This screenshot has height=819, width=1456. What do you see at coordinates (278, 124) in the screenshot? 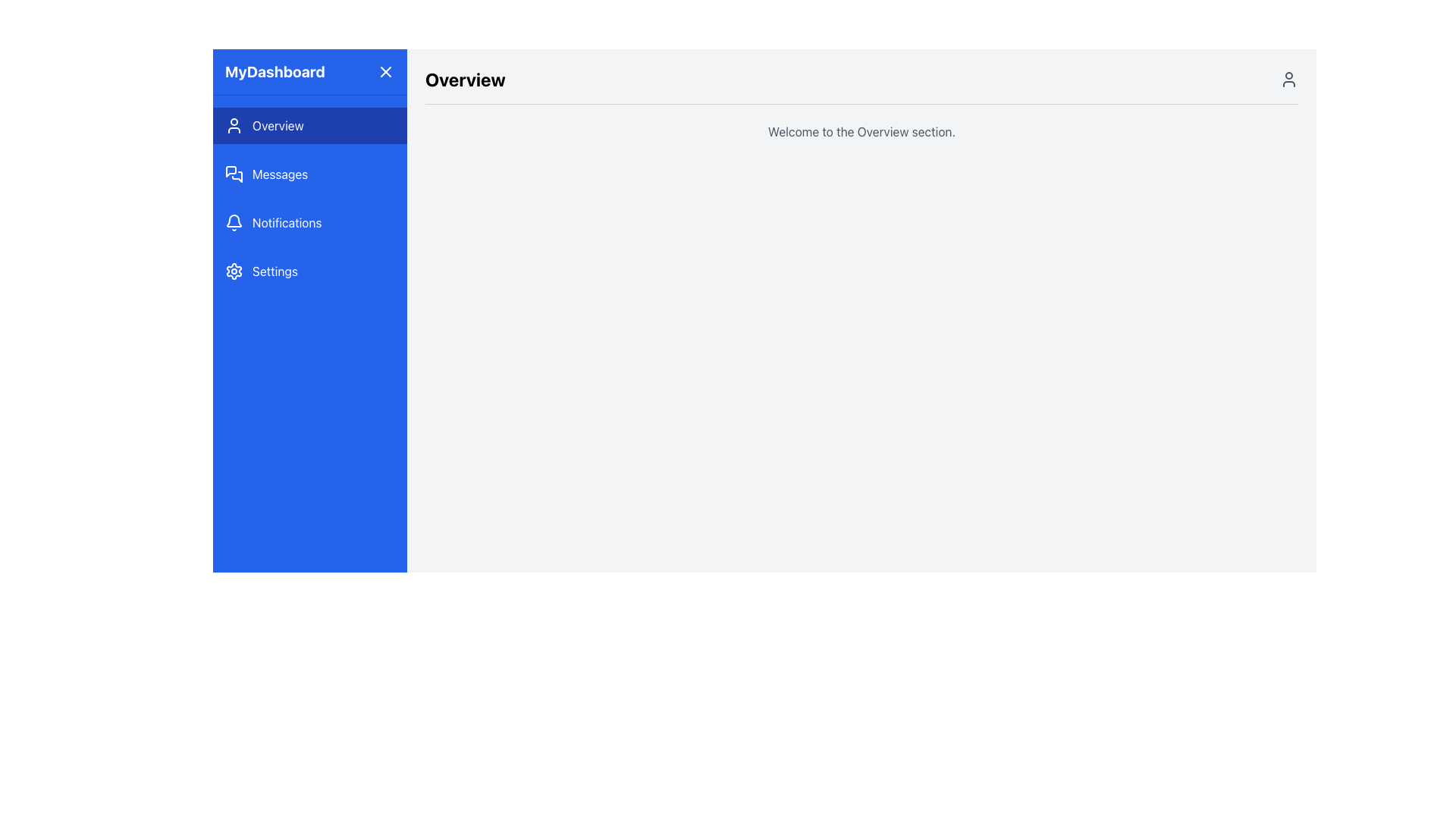
I see `the 'Overview' text label in the left navigation panel, which is styled as a block element with a blue background` at bounding box center [278, 124].